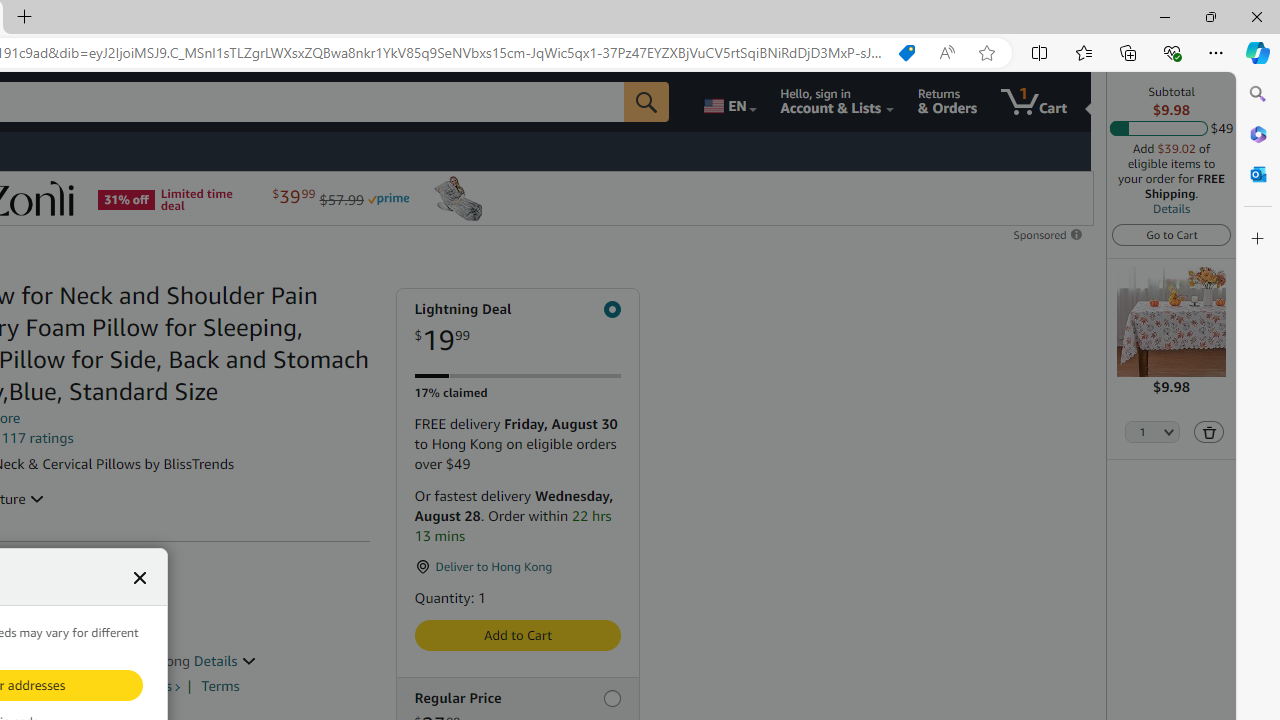 The height and width of the screenshot is (720, 1280). What do you see at coordinates (946, 101) in the screenshot?
I see `'Returns & Orders'` at bounding box center [946, 101].